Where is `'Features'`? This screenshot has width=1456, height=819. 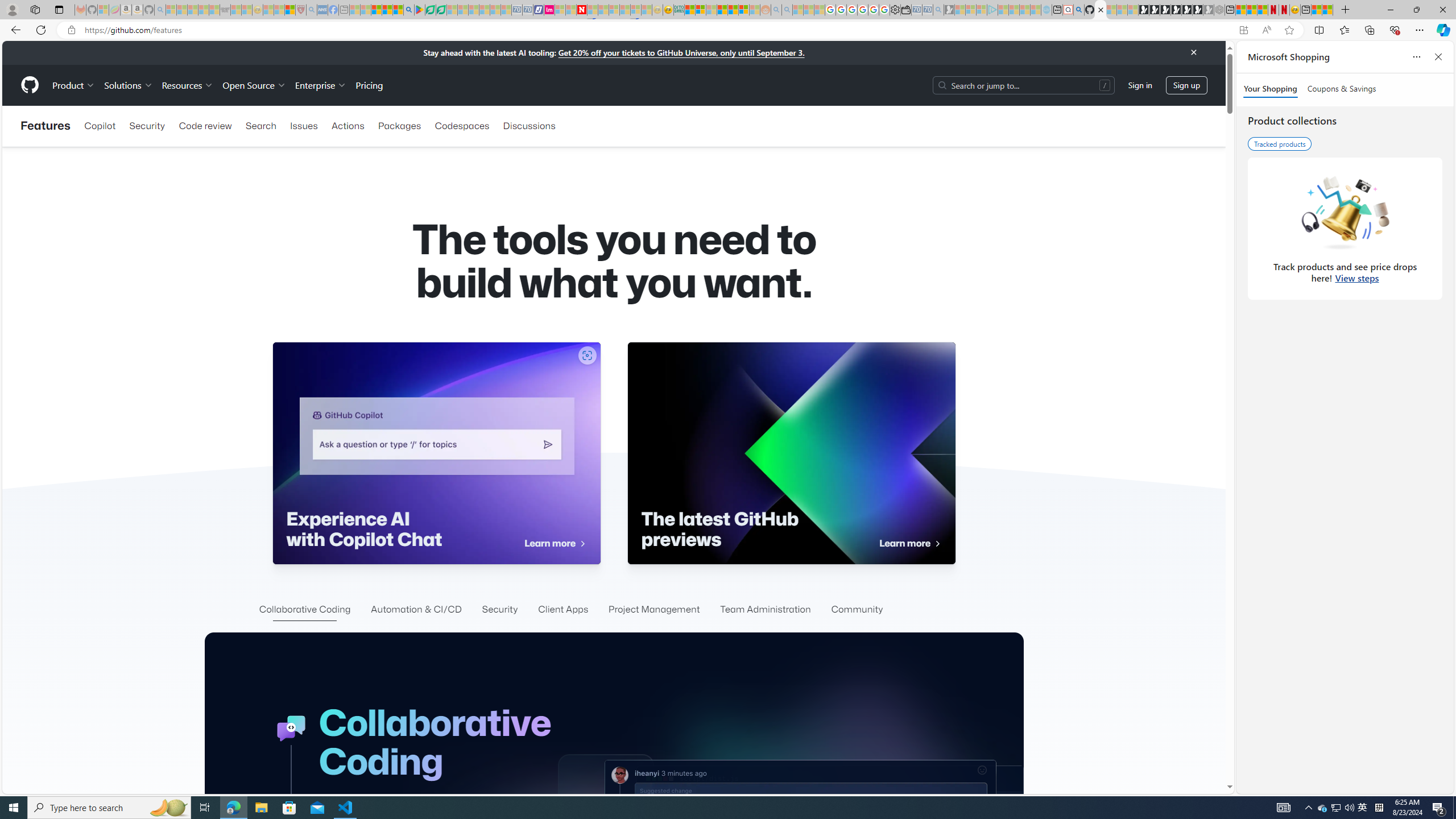
'Features' is located at coordinates (45, 126).